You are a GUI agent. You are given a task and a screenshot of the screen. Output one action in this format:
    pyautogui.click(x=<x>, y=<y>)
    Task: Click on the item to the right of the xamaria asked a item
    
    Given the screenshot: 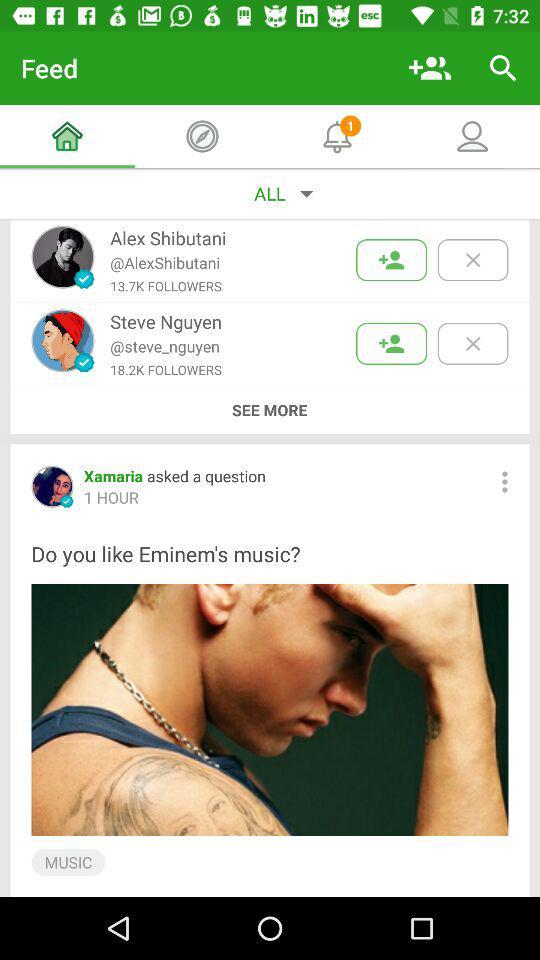 What is the action you would take?
    pyautogui.click(x=503, y=481)
    